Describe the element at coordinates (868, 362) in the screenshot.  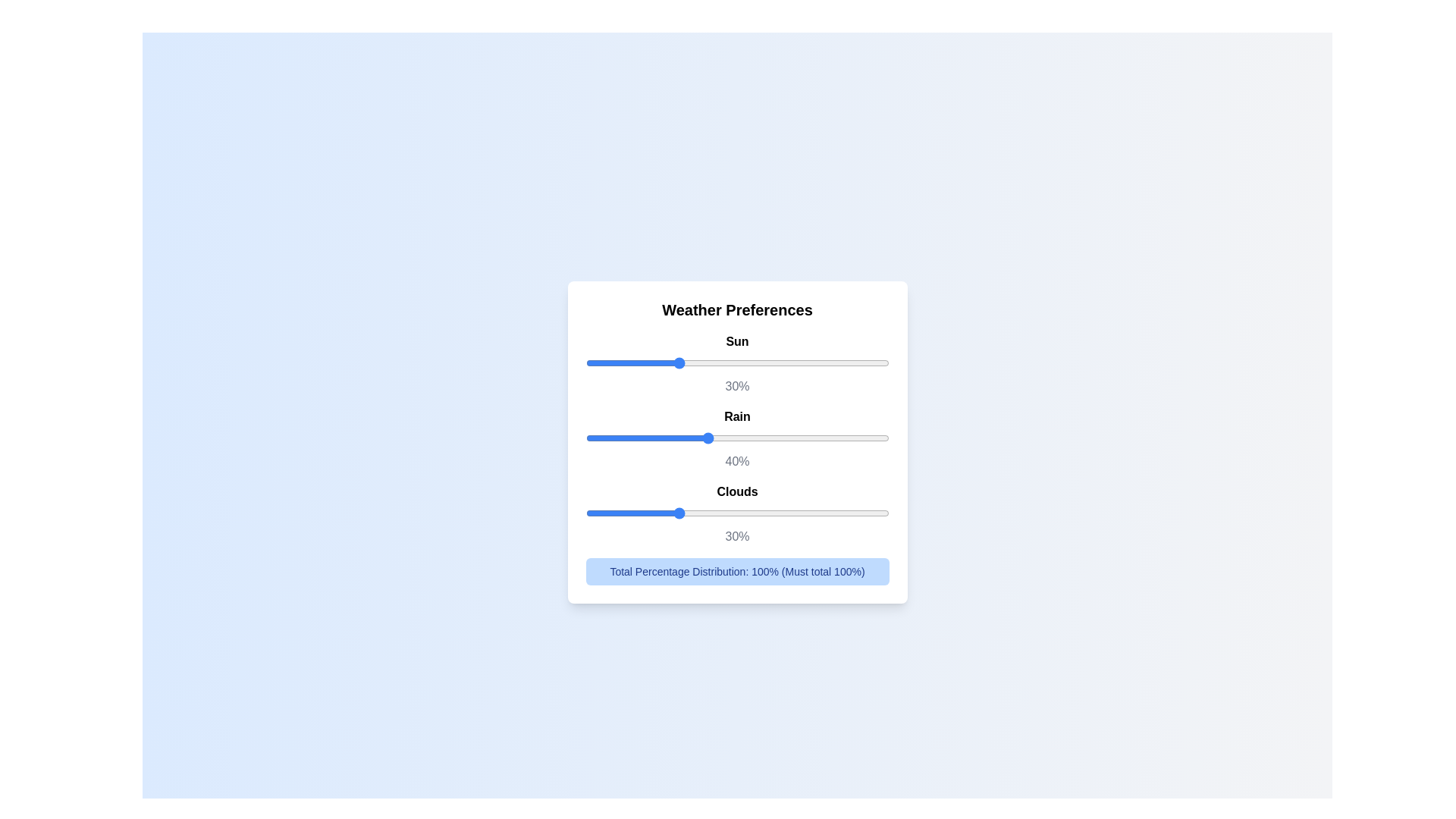
I see `the slider for 0 to set the percentage to 43` at that location.